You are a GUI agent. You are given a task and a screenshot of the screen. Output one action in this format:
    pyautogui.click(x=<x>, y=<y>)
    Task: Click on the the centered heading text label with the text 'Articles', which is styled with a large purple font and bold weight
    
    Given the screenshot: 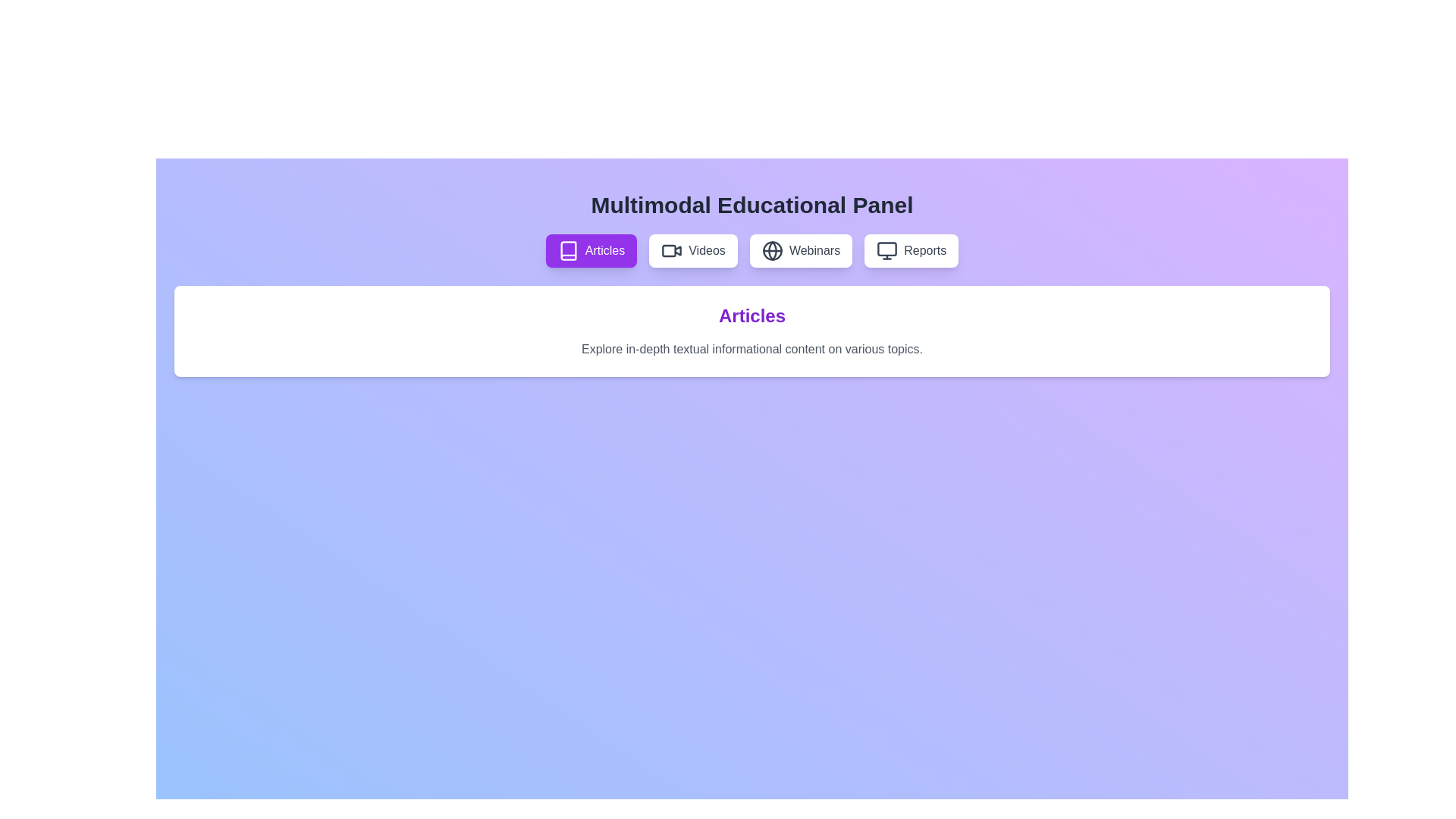 What is the action you would take?
    pyautogui.click(x=752, y=315)
    